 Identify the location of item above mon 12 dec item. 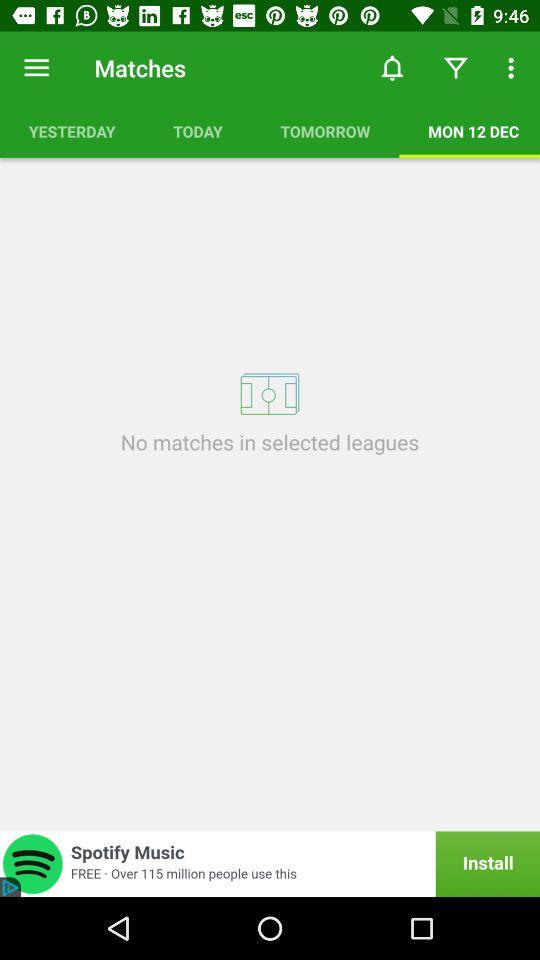
(455, 68).